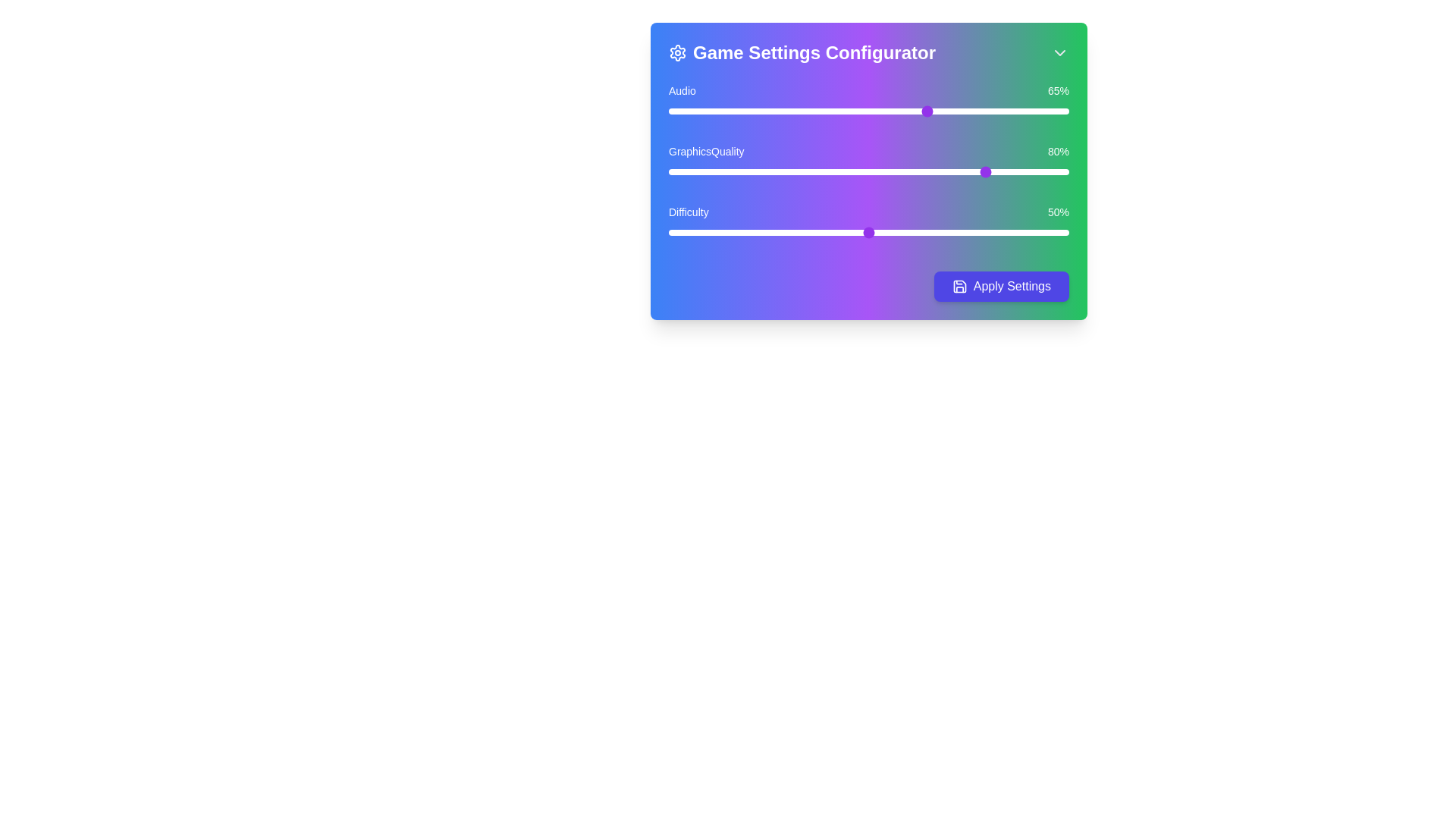  I want to click on the audio volume, so click(916, 110).